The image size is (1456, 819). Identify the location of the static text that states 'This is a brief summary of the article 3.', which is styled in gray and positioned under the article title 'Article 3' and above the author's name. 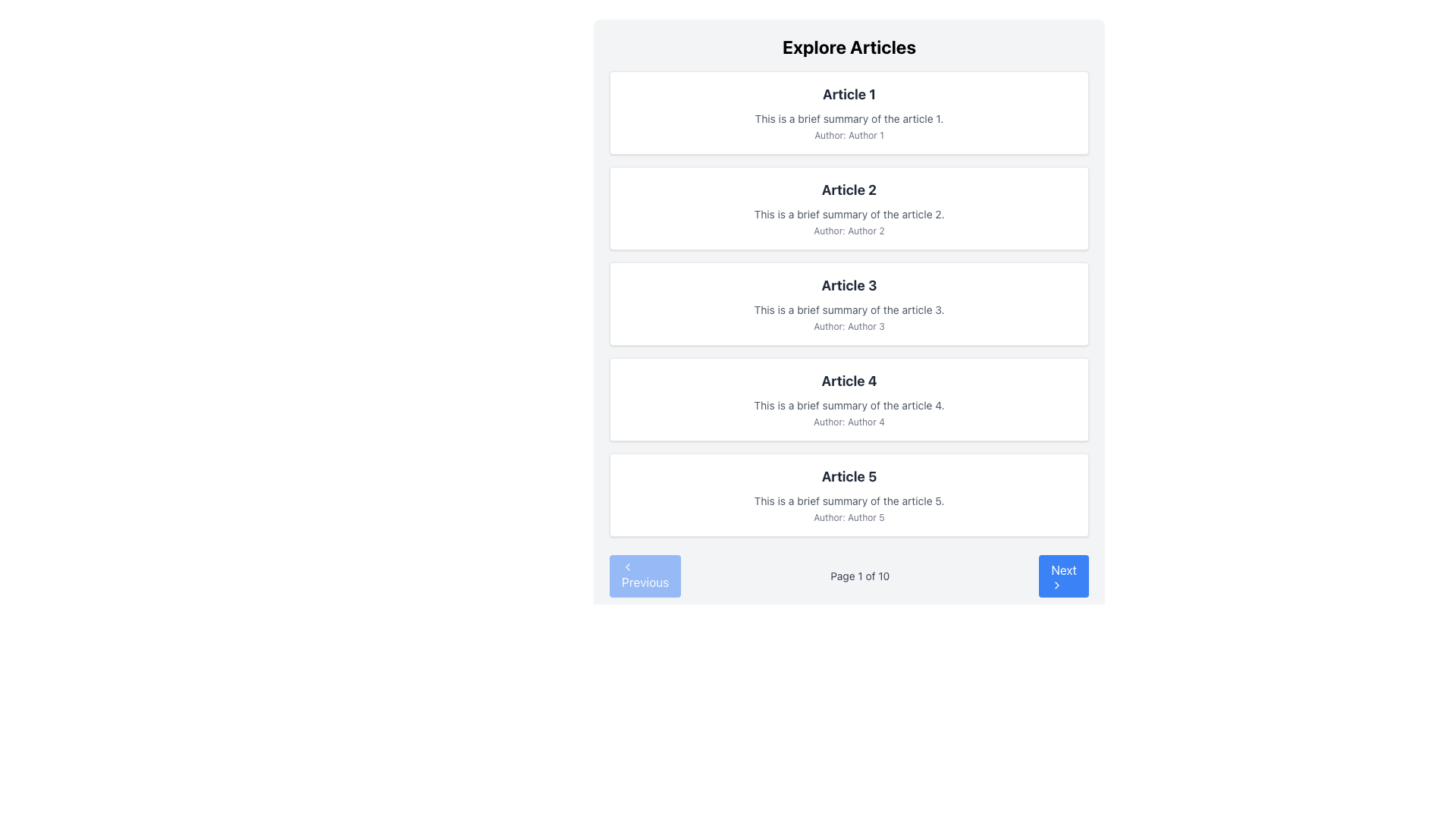
(848, 309).